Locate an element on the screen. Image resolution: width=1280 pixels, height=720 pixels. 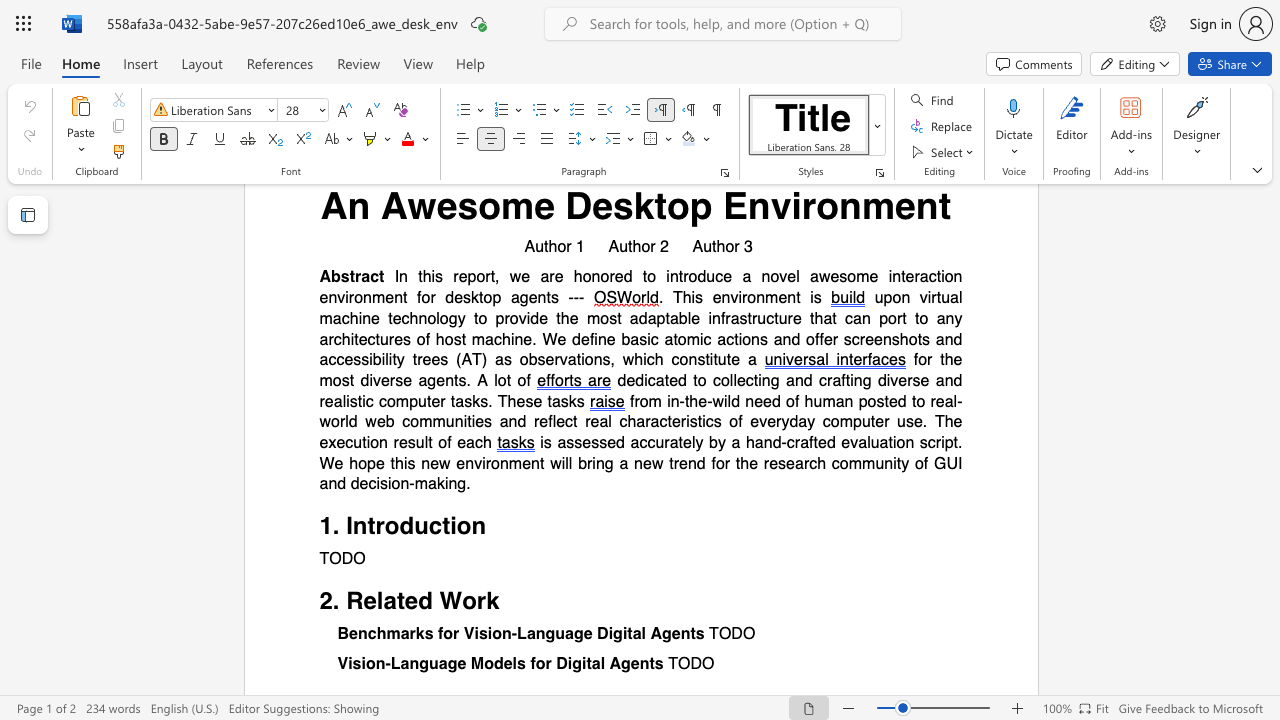
the subset text "-Language Digital Agents" within the text "Benchmarks for Vision-Language Digital Agents" is located at coordinates (511, 634).